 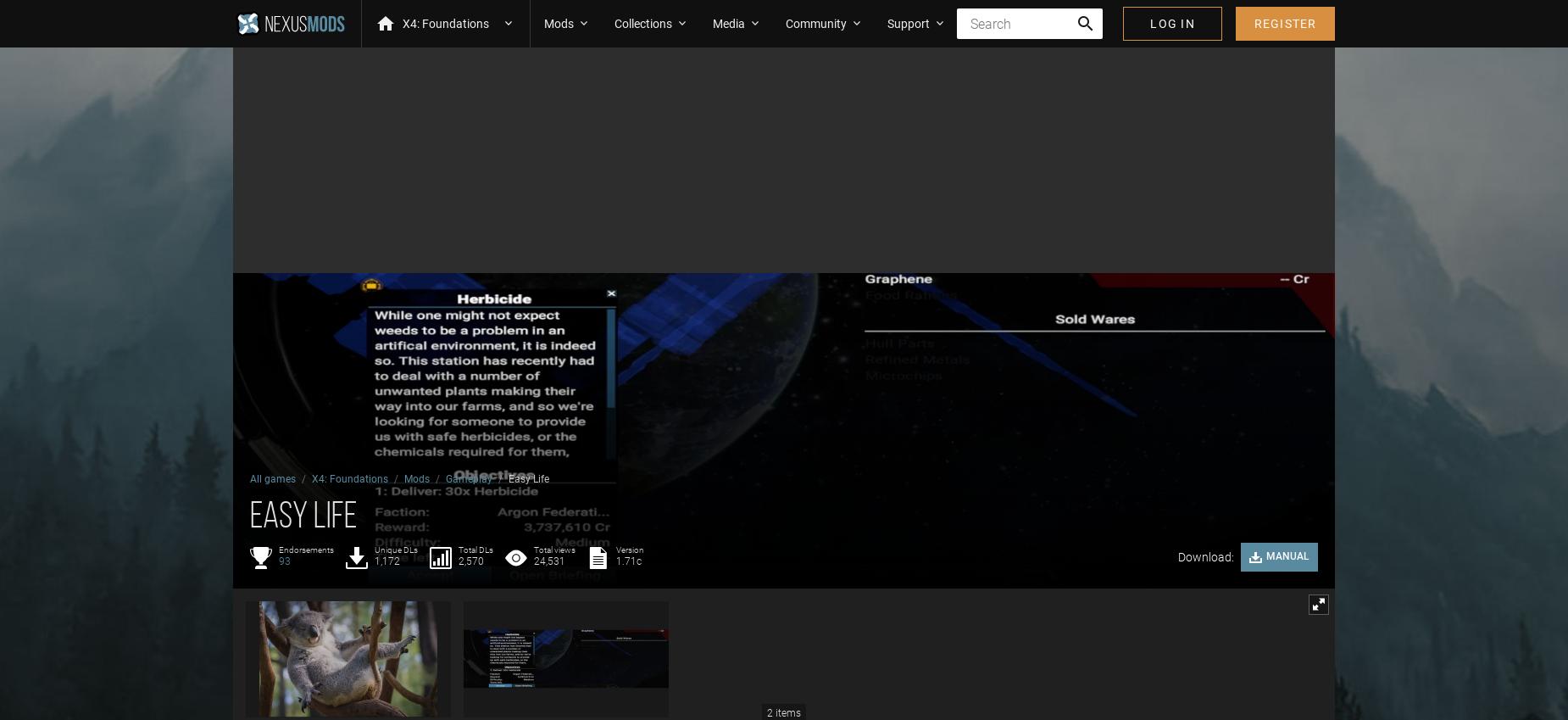 What do you see at coordinates (784, 713) in the screenshot?
I see `'2 items'` at bounding box center [784, 713].